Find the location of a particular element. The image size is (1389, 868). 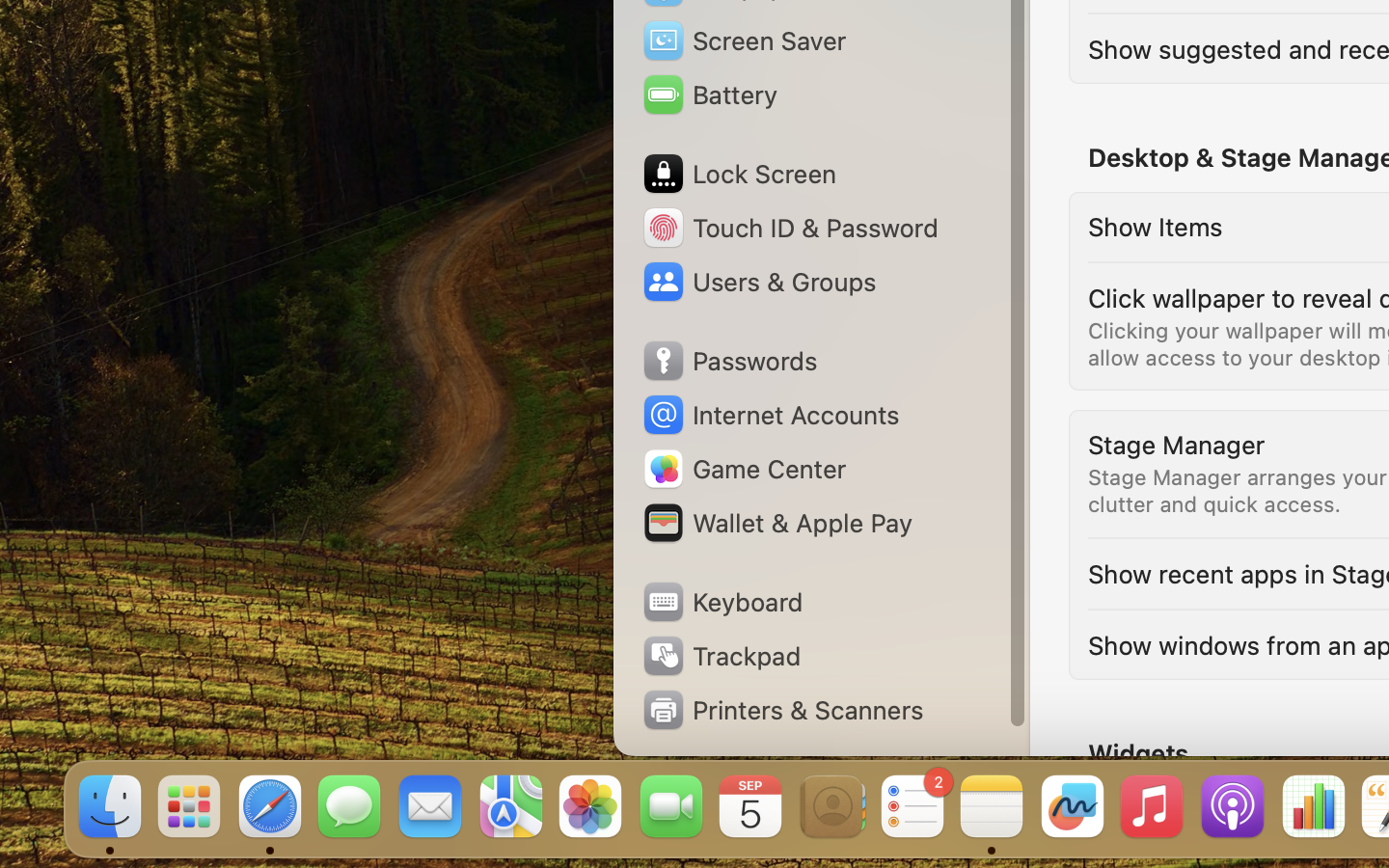

'Lock Screen' is located at coordinates (737, 174).